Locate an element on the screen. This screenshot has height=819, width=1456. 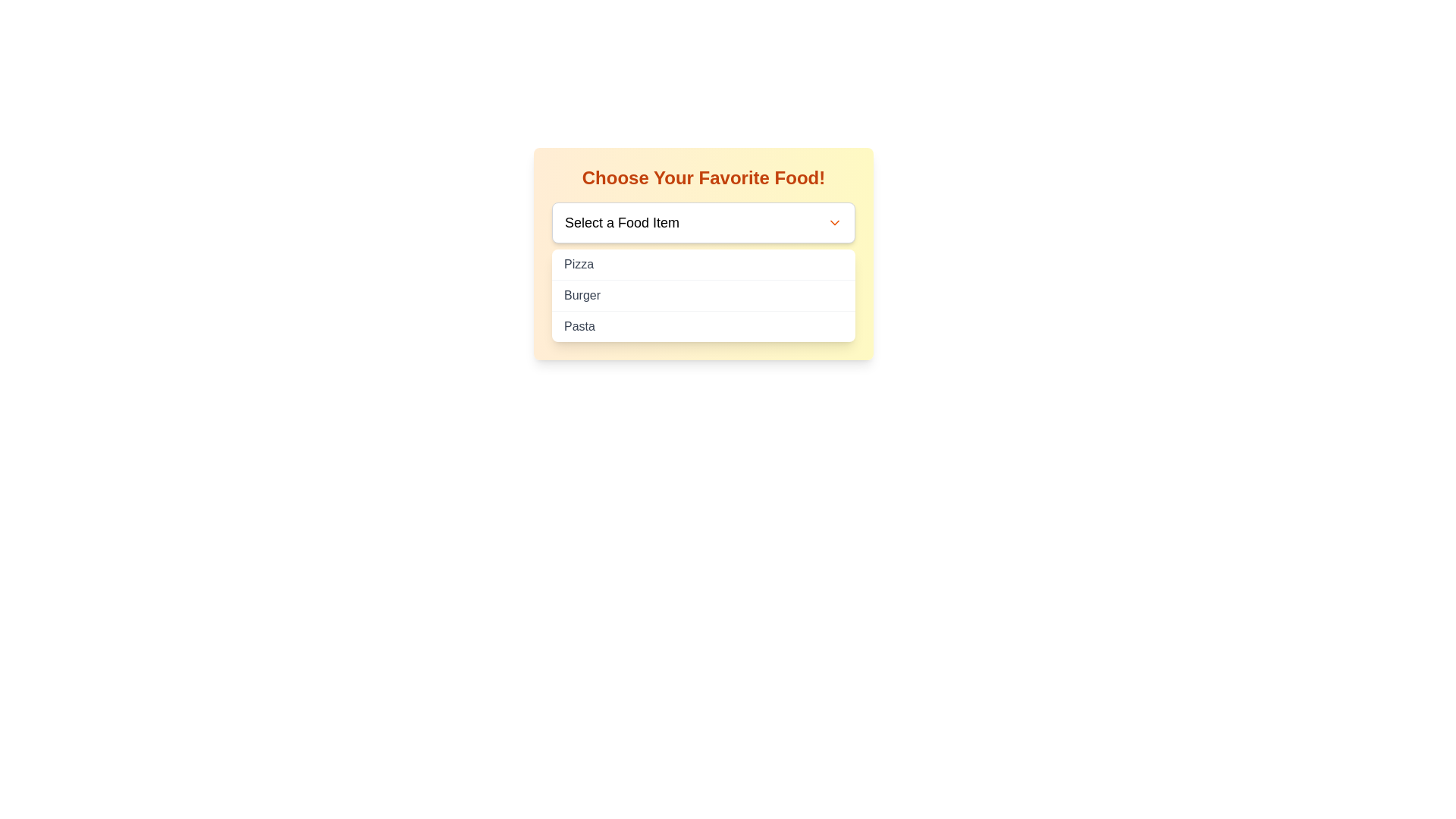
the Dropdown toggle icon located to the far right of the input box next to 'Select a Food Item' is located at coordinates (833, 222).